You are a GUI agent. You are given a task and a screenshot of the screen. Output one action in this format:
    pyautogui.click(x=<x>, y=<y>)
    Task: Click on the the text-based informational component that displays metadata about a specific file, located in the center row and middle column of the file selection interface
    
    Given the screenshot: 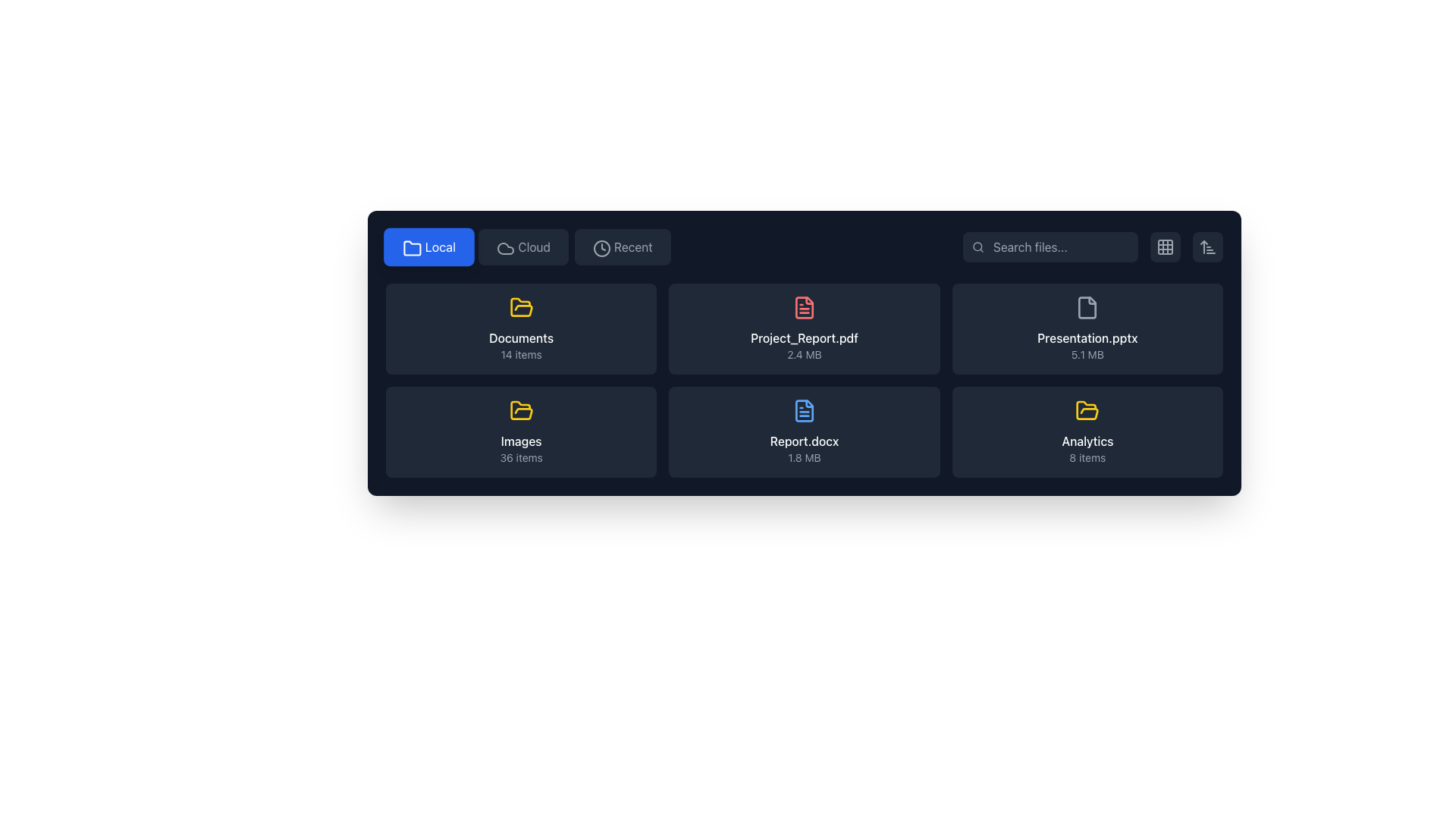 What is the action you would take?
    pyautogui.click(x=803, y=345)
    